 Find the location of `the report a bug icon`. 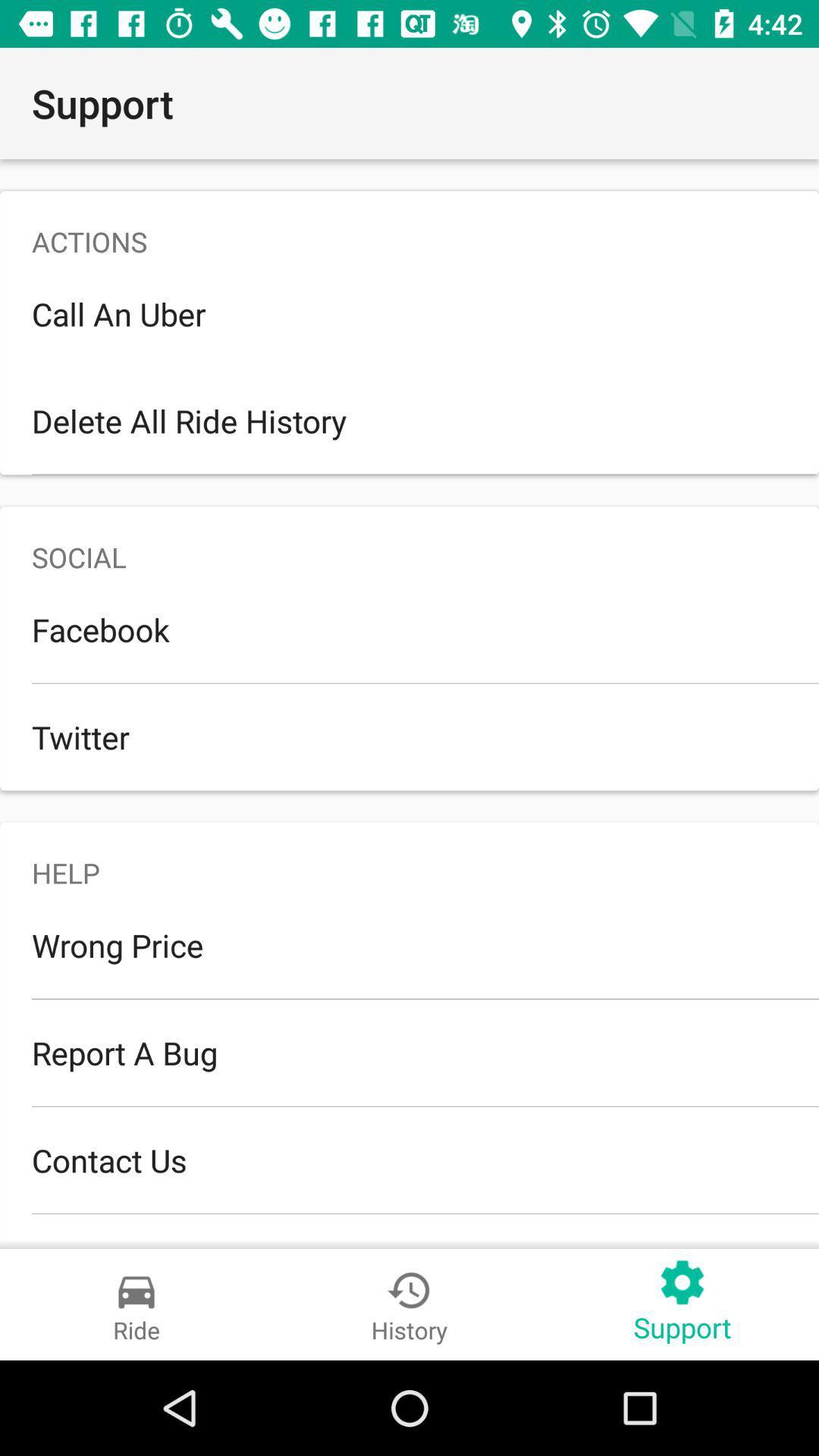

the report a bug icon is located at coordinates (409, 1052).